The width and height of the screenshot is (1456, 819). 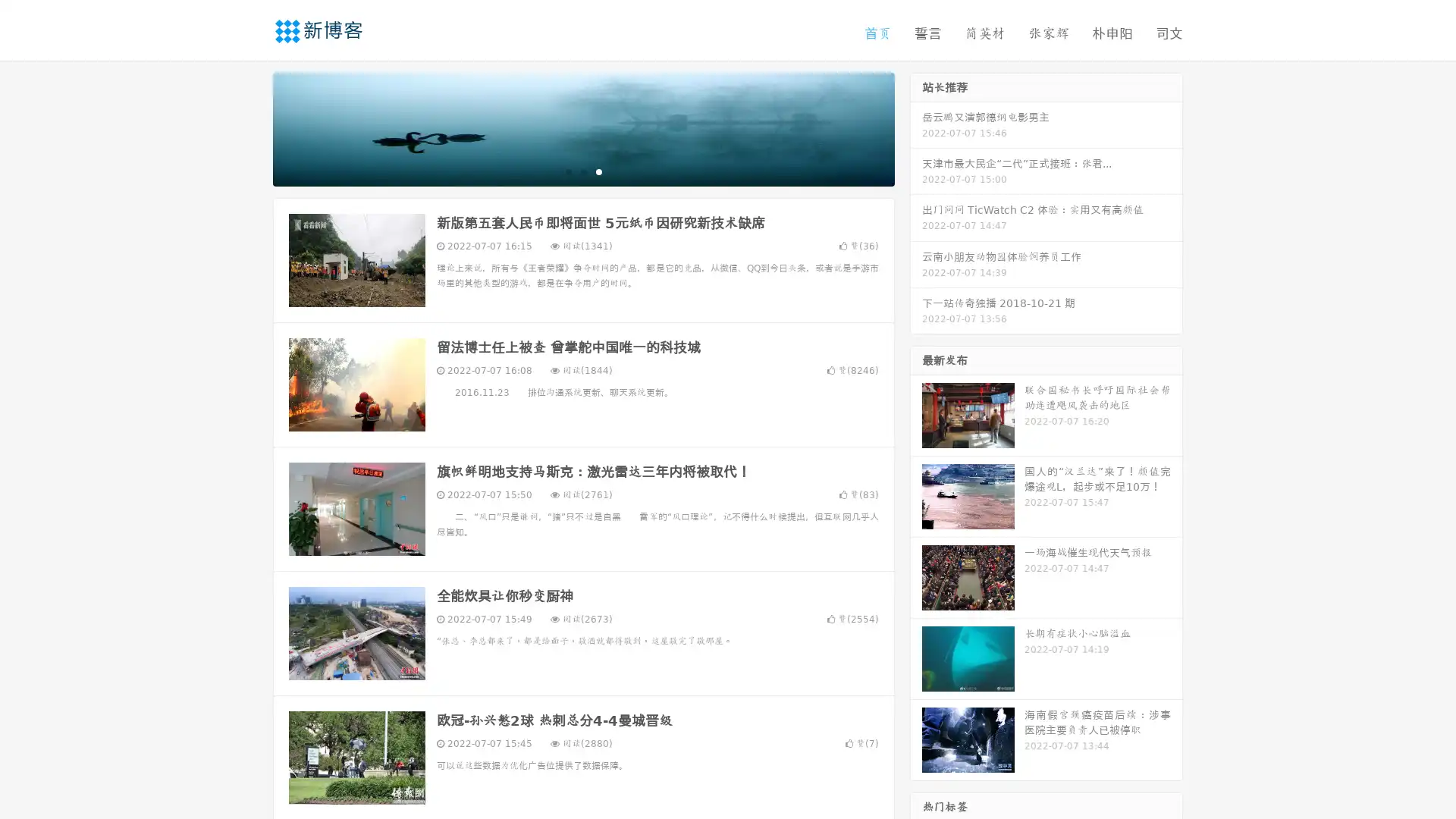 What do you see at coordinates (598, 171) in the screenshot?
I see `Go to slide 3` at bounding box center [598, 171].